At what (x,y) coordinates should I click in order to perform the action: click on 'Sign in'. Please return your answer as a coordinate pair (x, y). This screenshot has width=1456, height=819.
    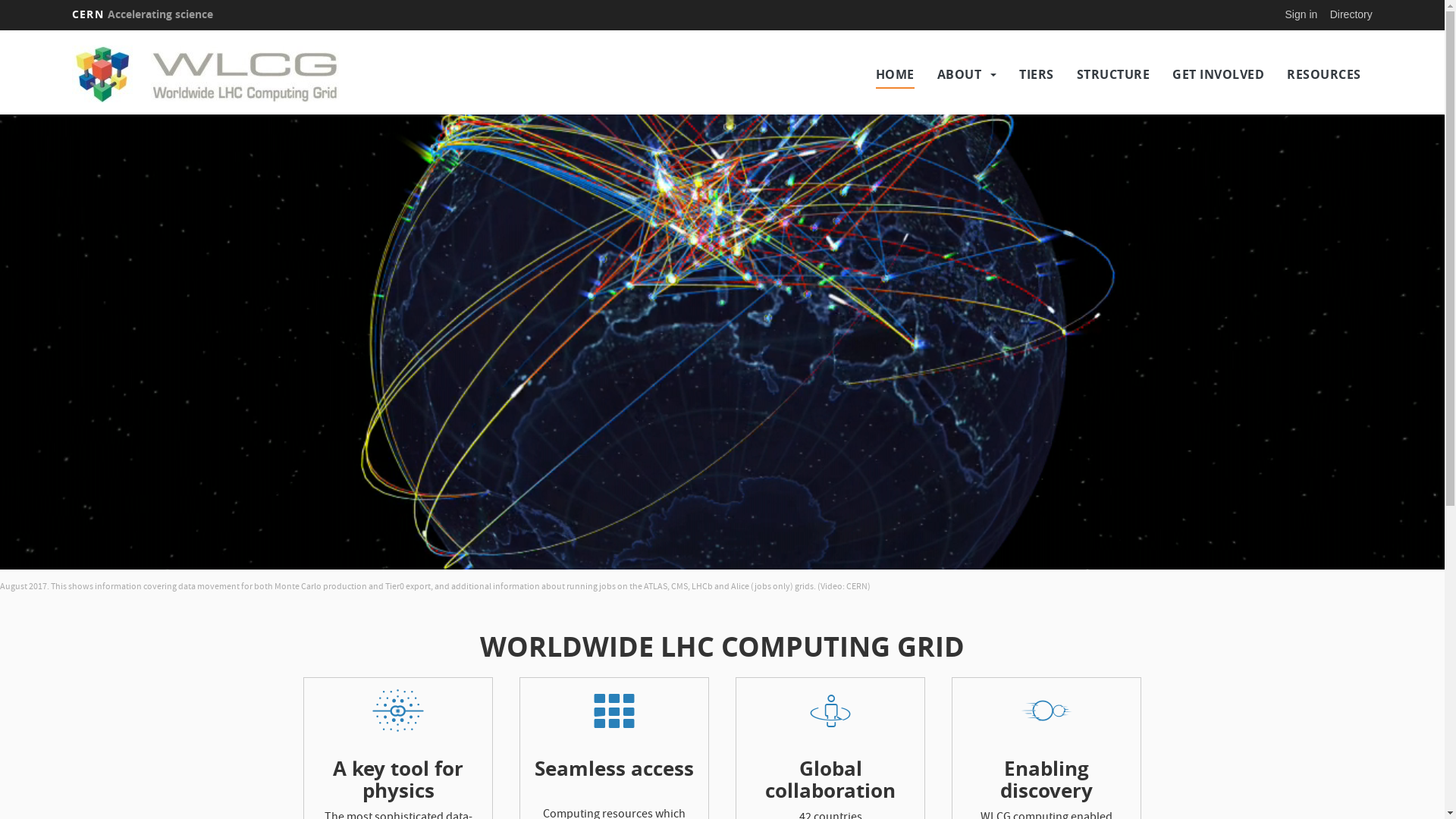
    Looking at the image, I should click on (1301, 14).